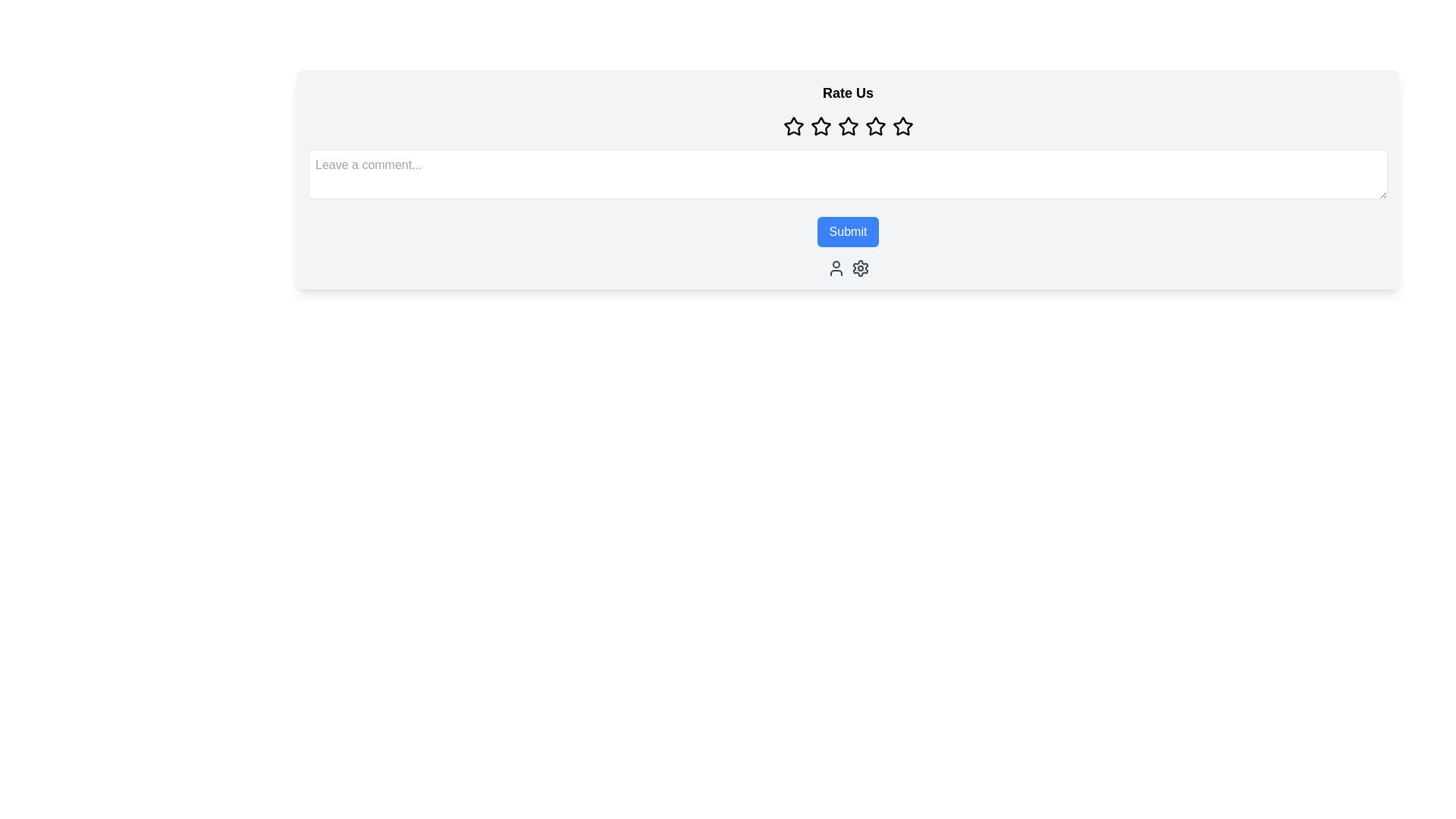  What do you see at coordinates (860, 268) in the screenshot?
I see `the second icon button located below the 'Submit' button, which is used for opening or modifying settings or preferences in the application` at bounding box center [860, 268].